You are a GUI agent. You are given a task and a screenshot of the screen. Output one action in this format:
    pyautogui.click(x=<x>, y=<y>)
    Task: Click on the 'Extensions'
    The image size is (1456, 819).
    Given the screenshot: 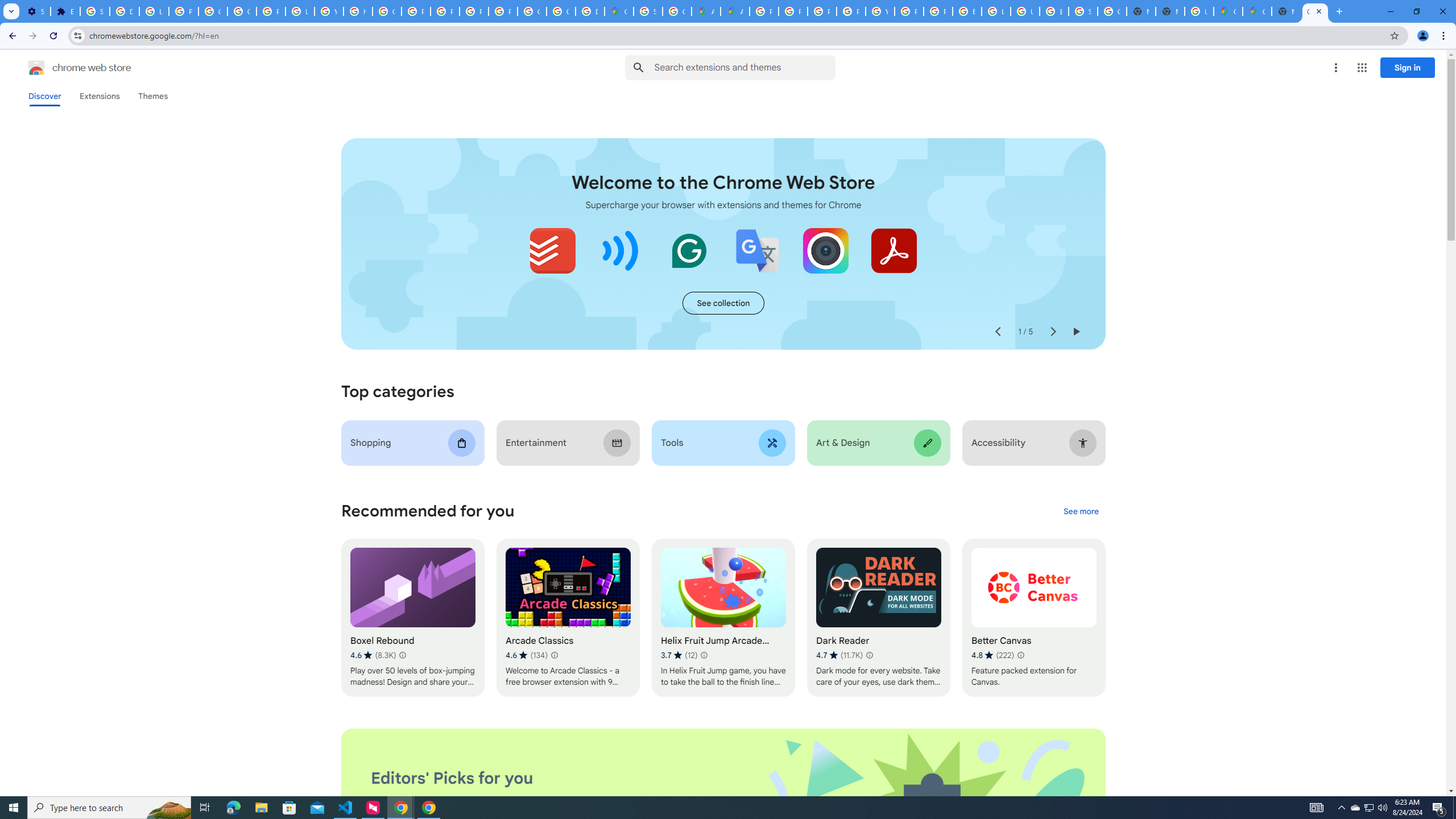 What is the action you would take?
    pyautogui.click(x=100, y=96)
    